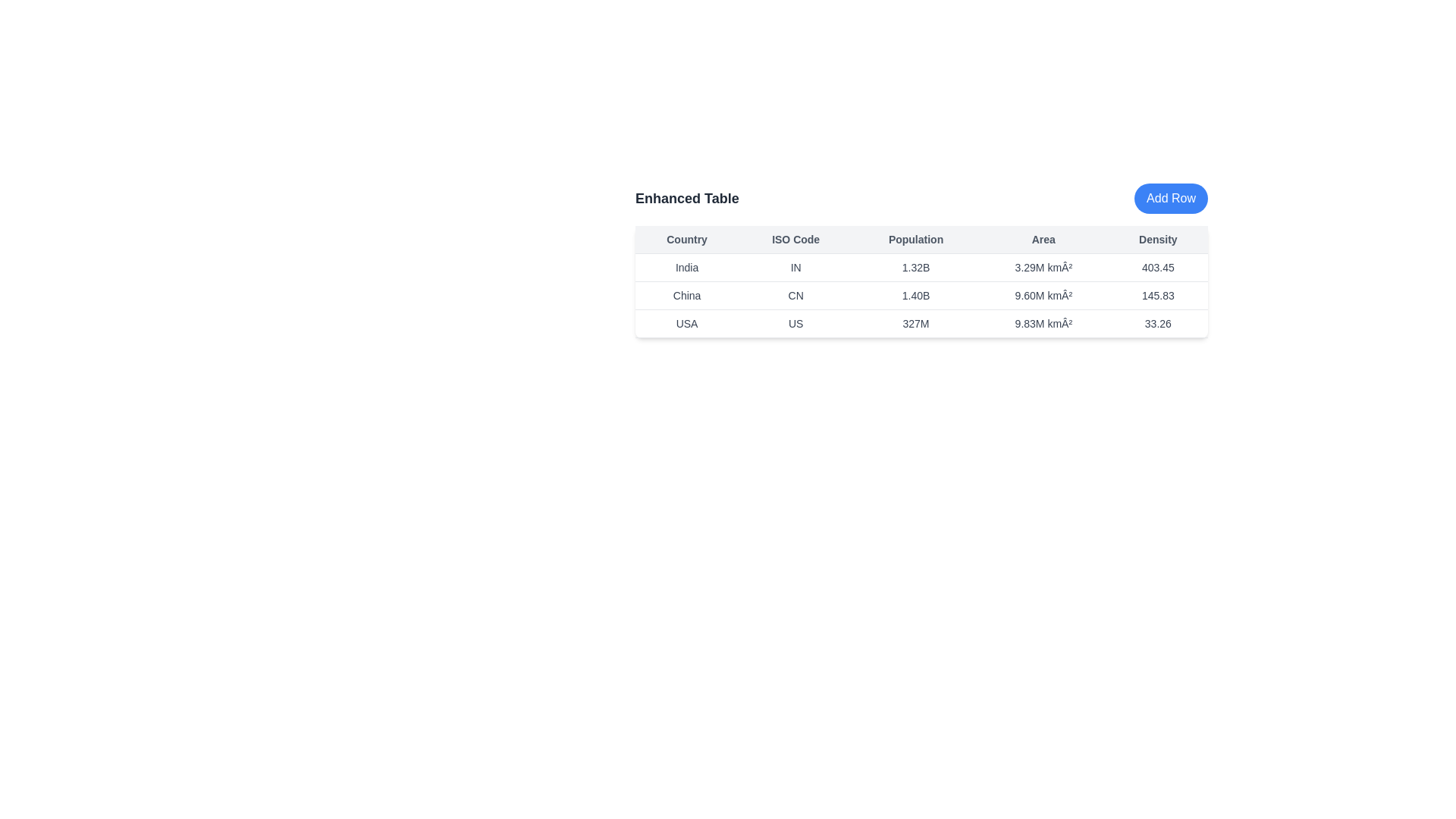  I want to click on text content displayed as '9.83M km²' in the fourth column of the last row of the 'Enhanced Table', so click(1043, 323).